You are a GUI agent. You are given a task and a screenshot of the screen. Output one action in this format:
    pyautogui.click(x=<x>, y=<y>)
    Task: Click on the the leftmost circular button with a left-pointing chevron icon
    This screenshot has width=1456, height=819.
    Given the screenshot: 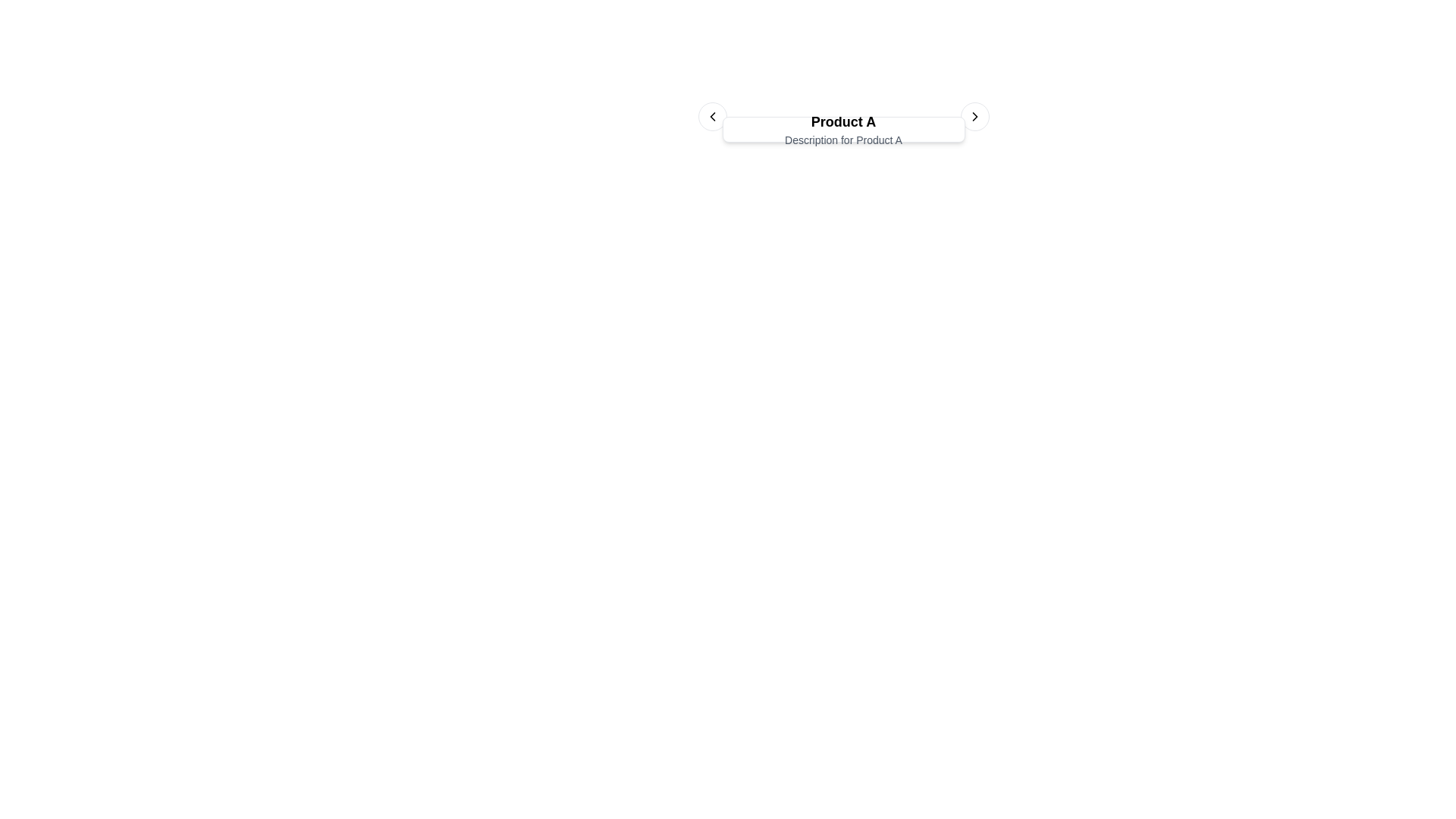 What is the action you would take?
    pyautogui.click(x=711, y=116)
    